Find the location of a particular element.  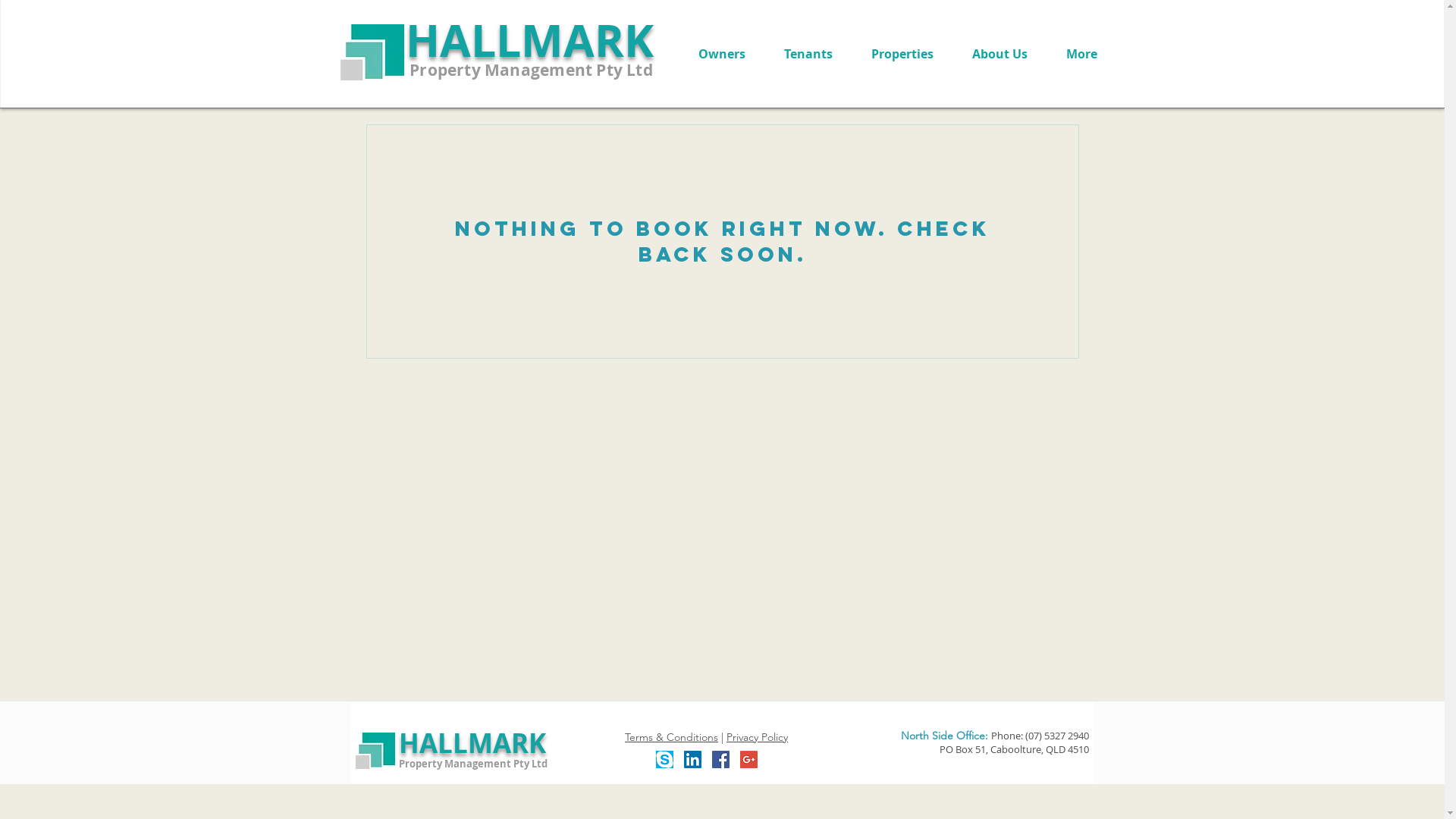

'Terms & Conditions' is located at coordinates (670, 736).